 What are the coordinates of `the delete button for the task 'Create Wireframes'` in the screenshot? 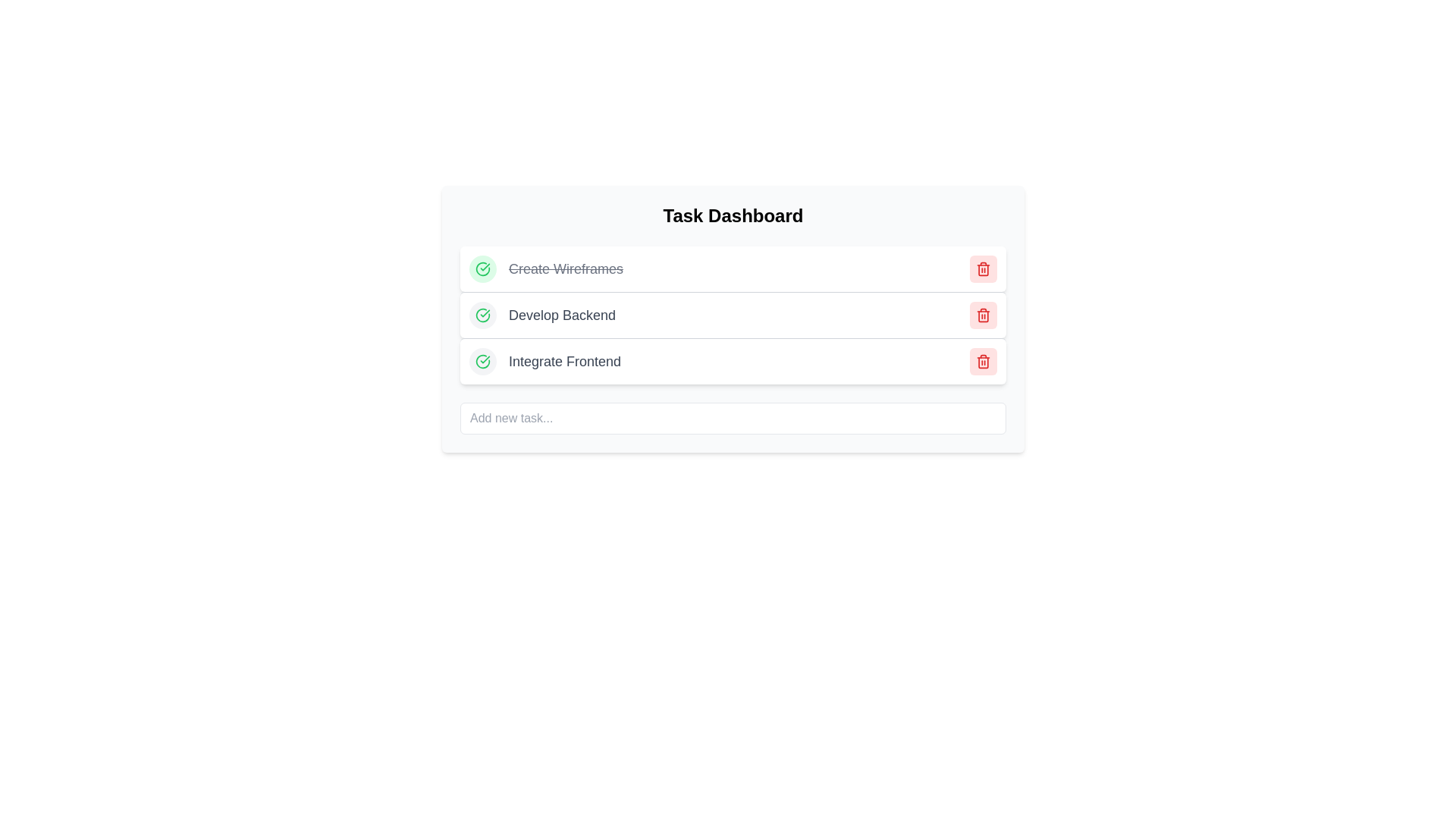 It's located at (983, 268).